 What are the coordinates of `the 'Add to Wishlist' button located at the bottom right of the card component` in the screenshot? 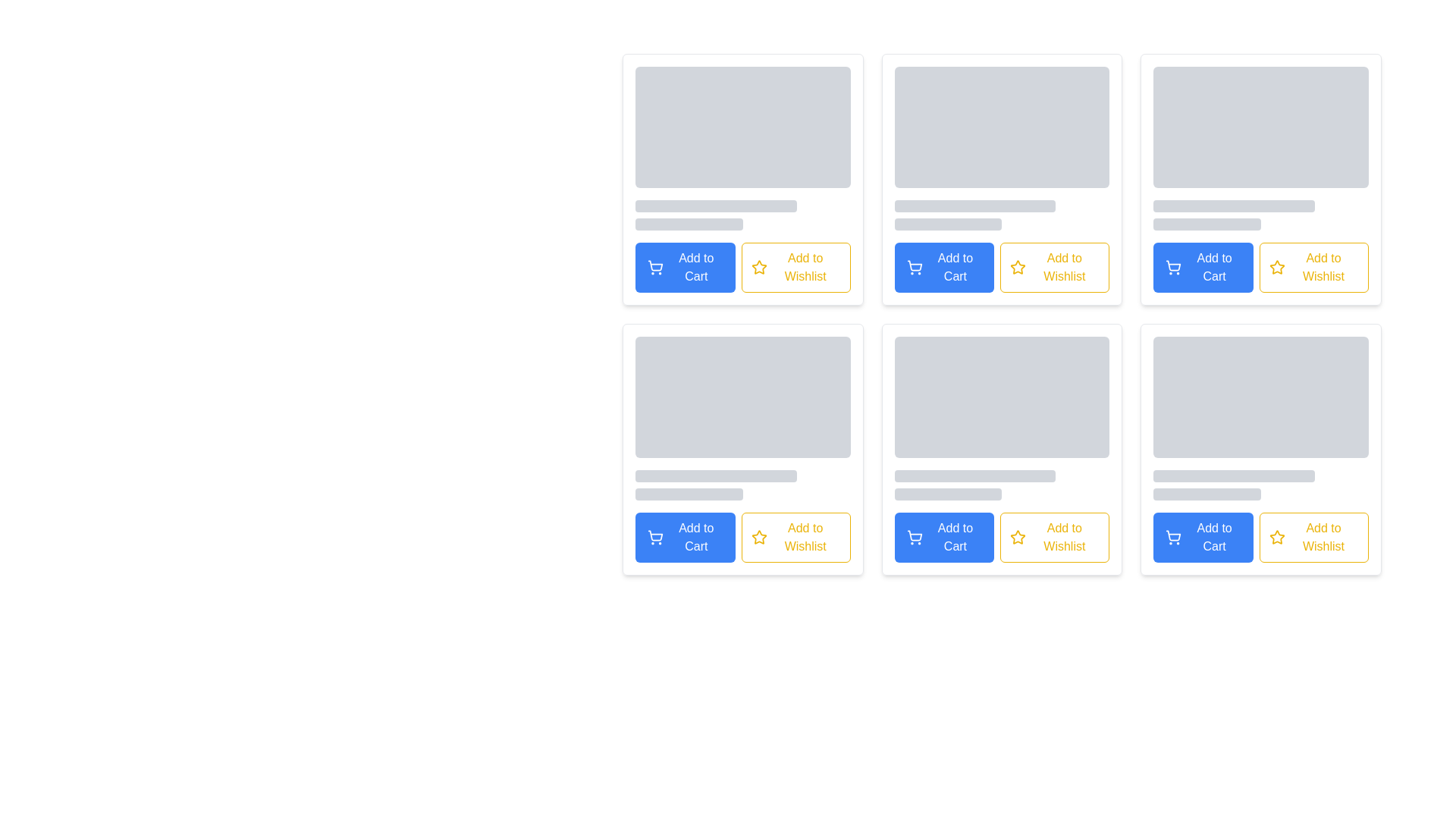 It's located at (795, 537).